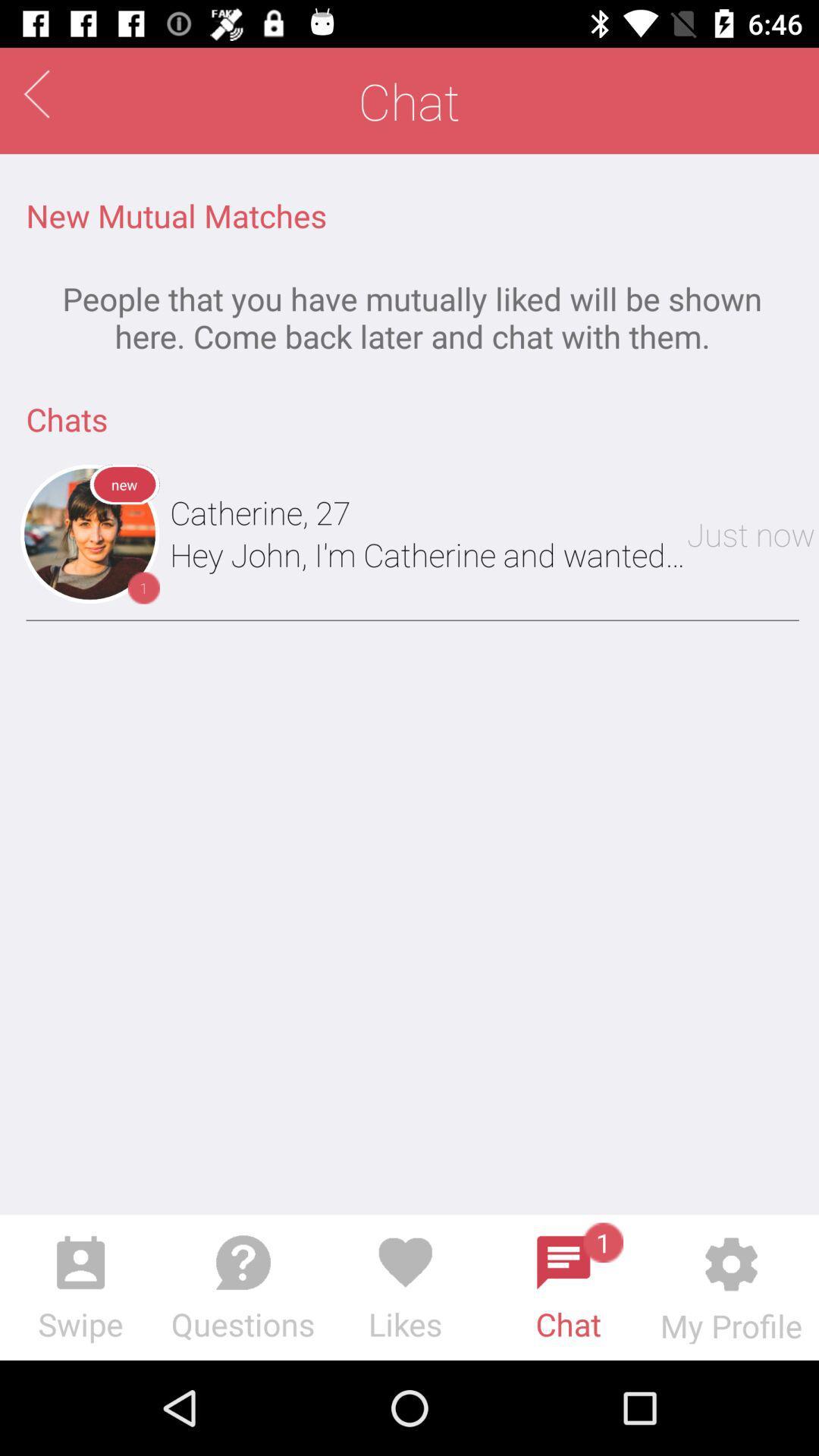 The width and height of the screenshot is (819, 1456). Describe the element at coordinates (36, 93) in the screenshot. I see `the arrow_backward icon` at that location.